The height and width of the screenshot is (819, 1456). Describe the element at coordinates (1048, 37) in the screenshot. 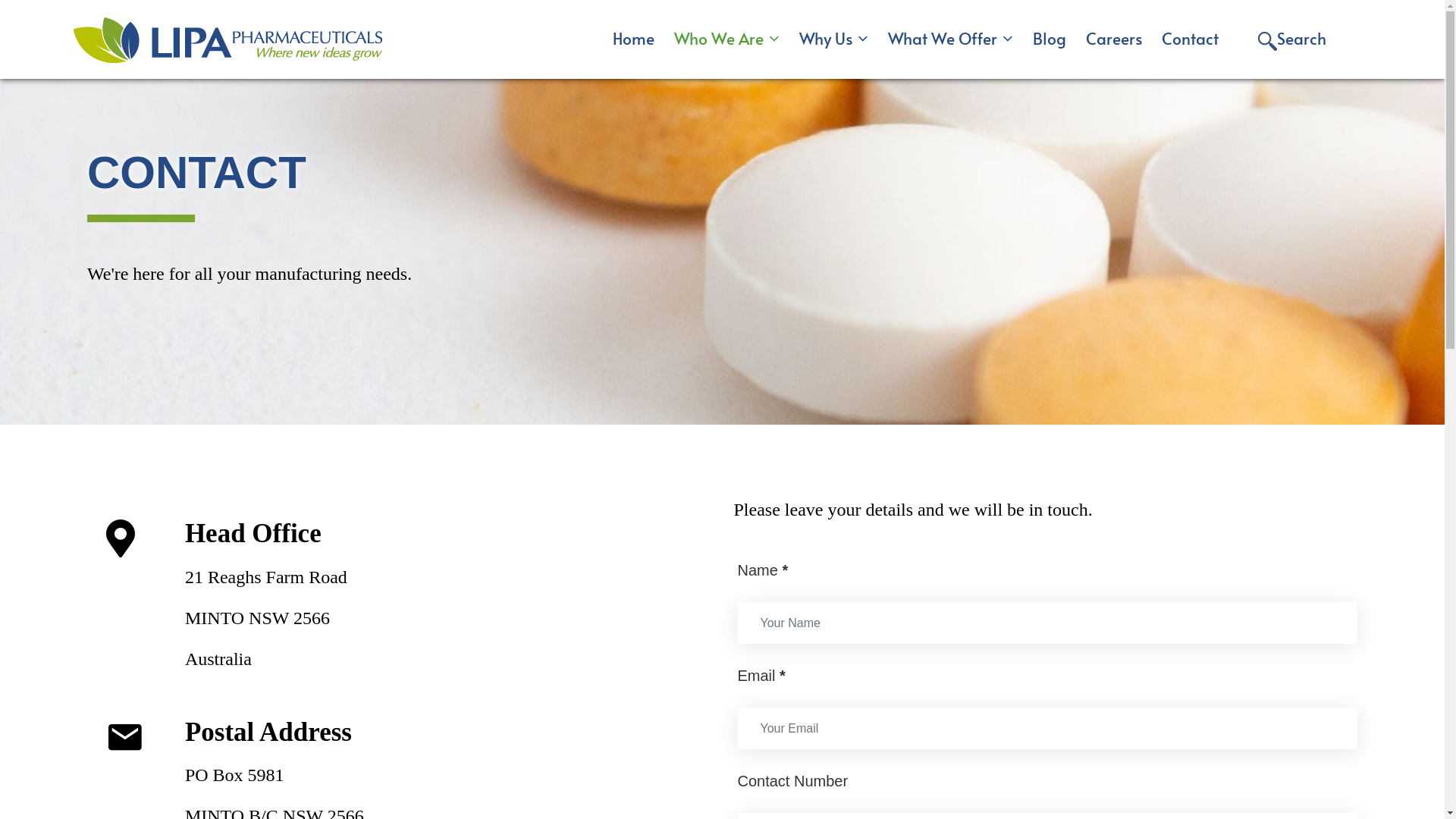

I see `'Blog'` at that location.